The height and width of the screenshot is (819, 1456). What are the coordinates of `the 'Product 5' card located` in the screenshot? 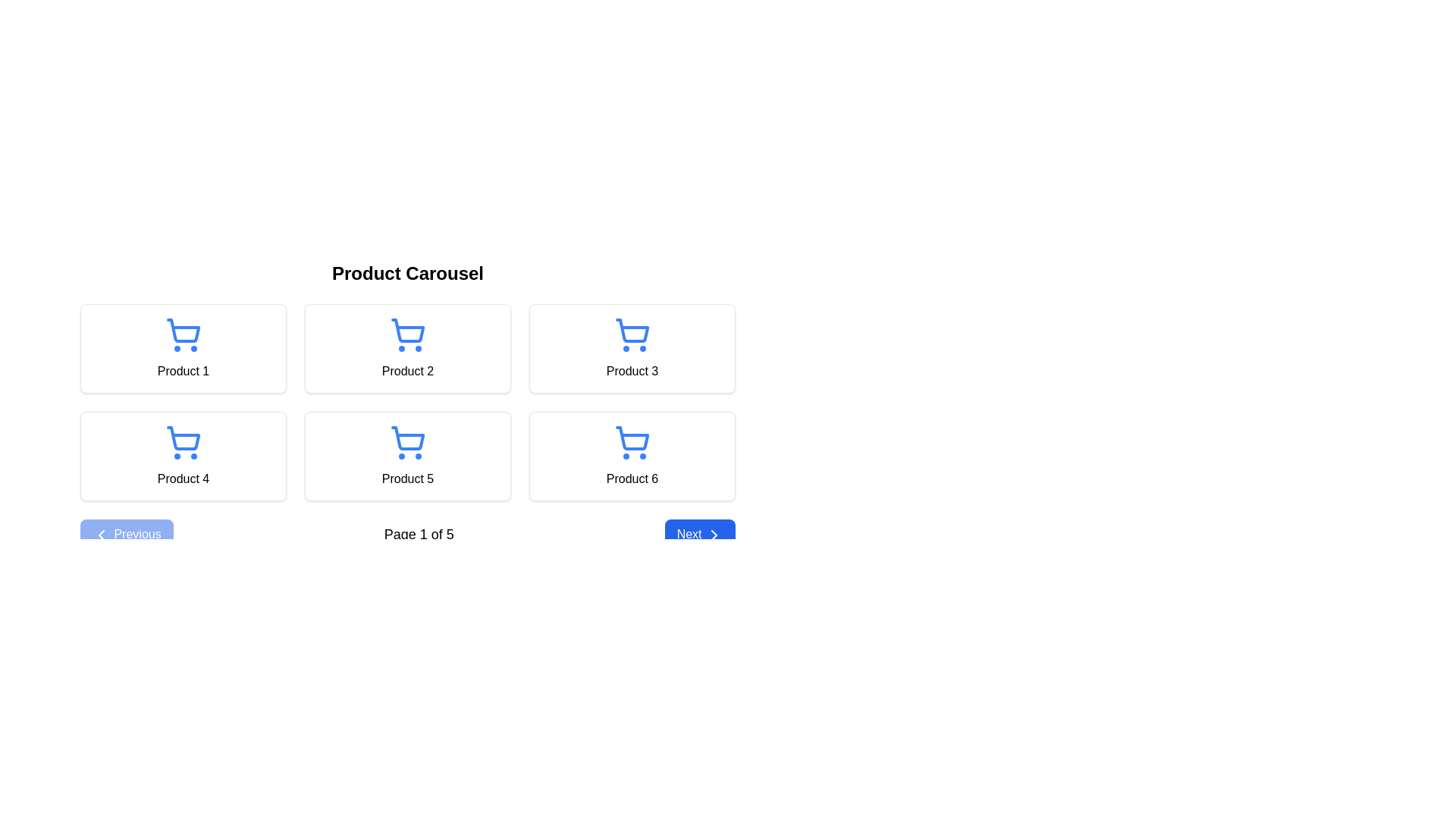 It's located at (407, 455).